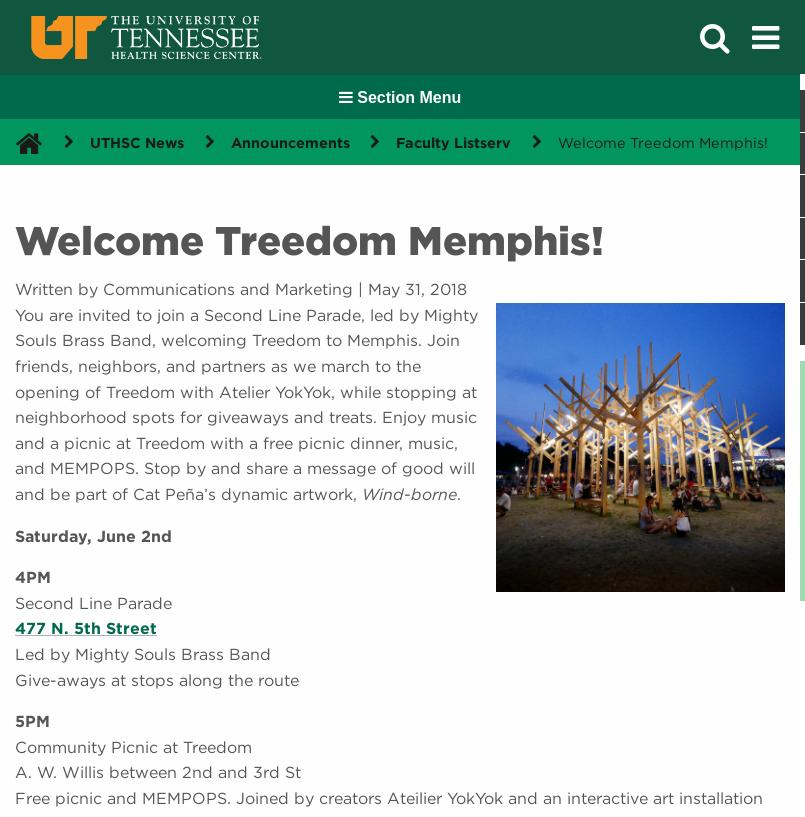 Image resolution: width=805 pixels, height=817 pixels. Describe the element at coordinates (395, 141) in the screenshot. I see `'Faculty Listserv'` at that location.